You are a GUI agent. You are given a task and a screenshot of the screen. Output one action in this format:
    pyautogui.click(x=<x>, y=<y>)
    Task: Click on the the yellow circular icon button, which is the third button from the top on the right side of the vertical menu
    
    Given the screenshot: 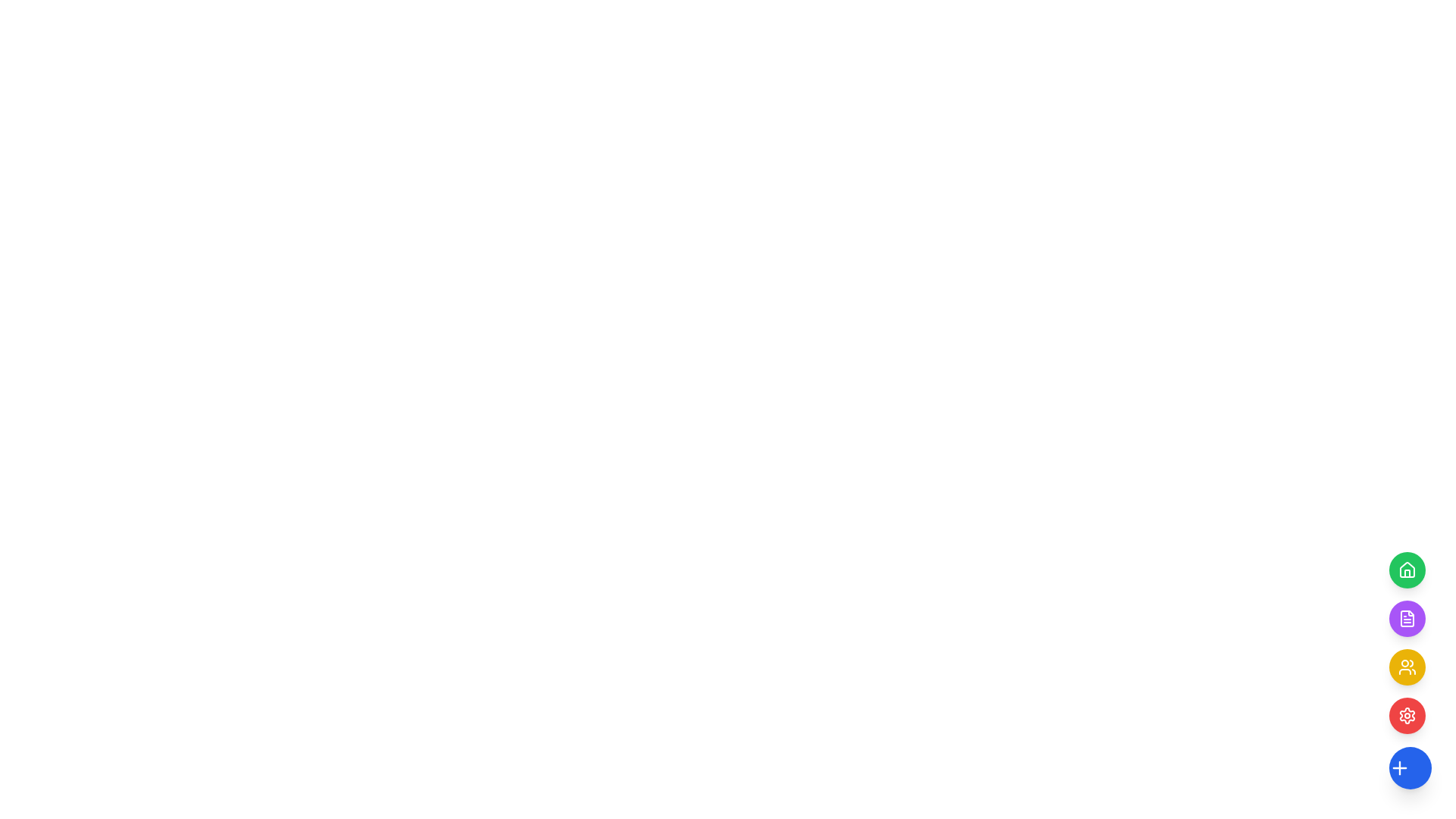 What is the action you would take?
    pyautogui.click(x=1407, y=666)
    